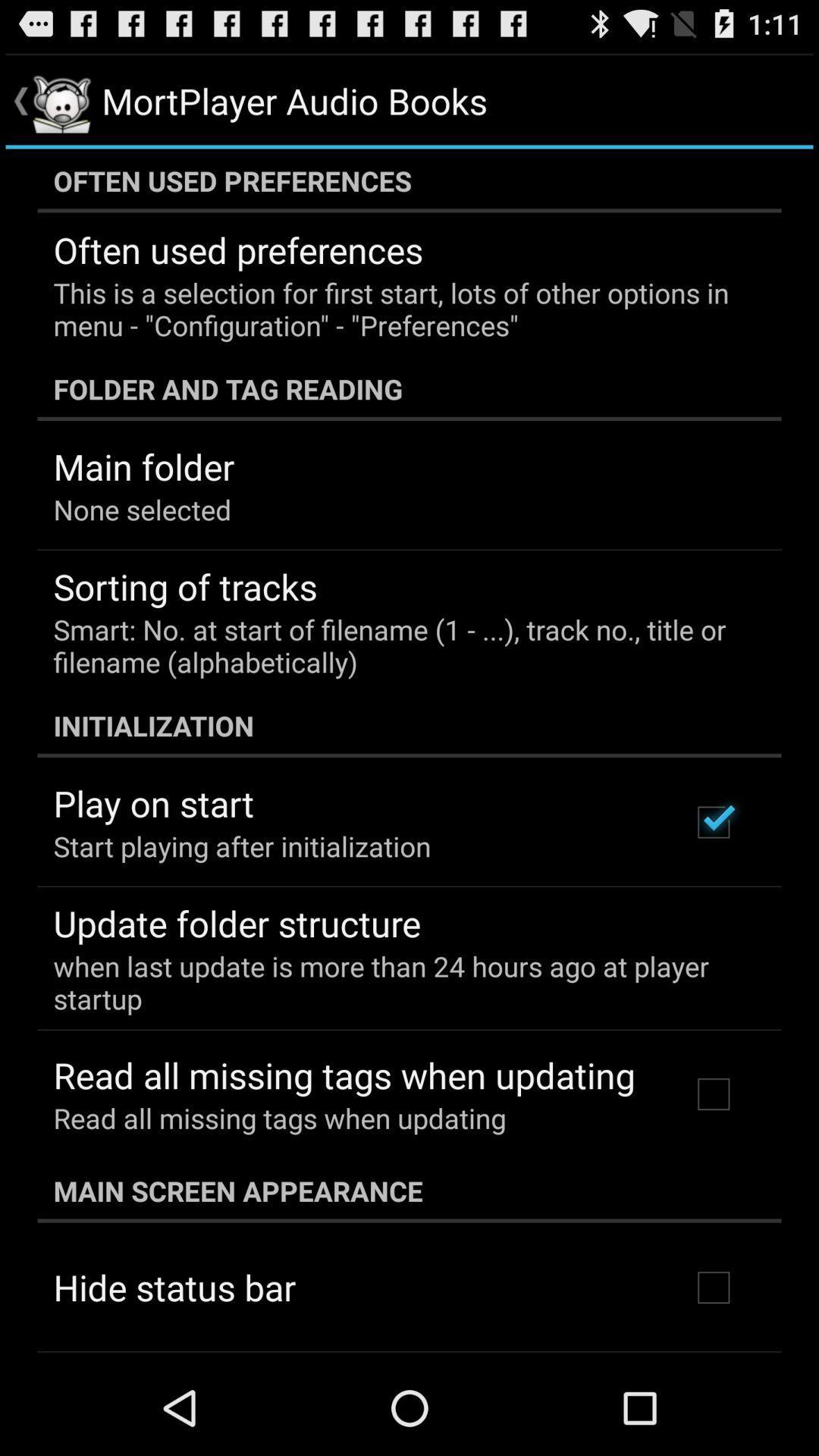  Describe the element at coordinates (142, 510) in the screenshot. I see `the item below the main folder app` at that location.